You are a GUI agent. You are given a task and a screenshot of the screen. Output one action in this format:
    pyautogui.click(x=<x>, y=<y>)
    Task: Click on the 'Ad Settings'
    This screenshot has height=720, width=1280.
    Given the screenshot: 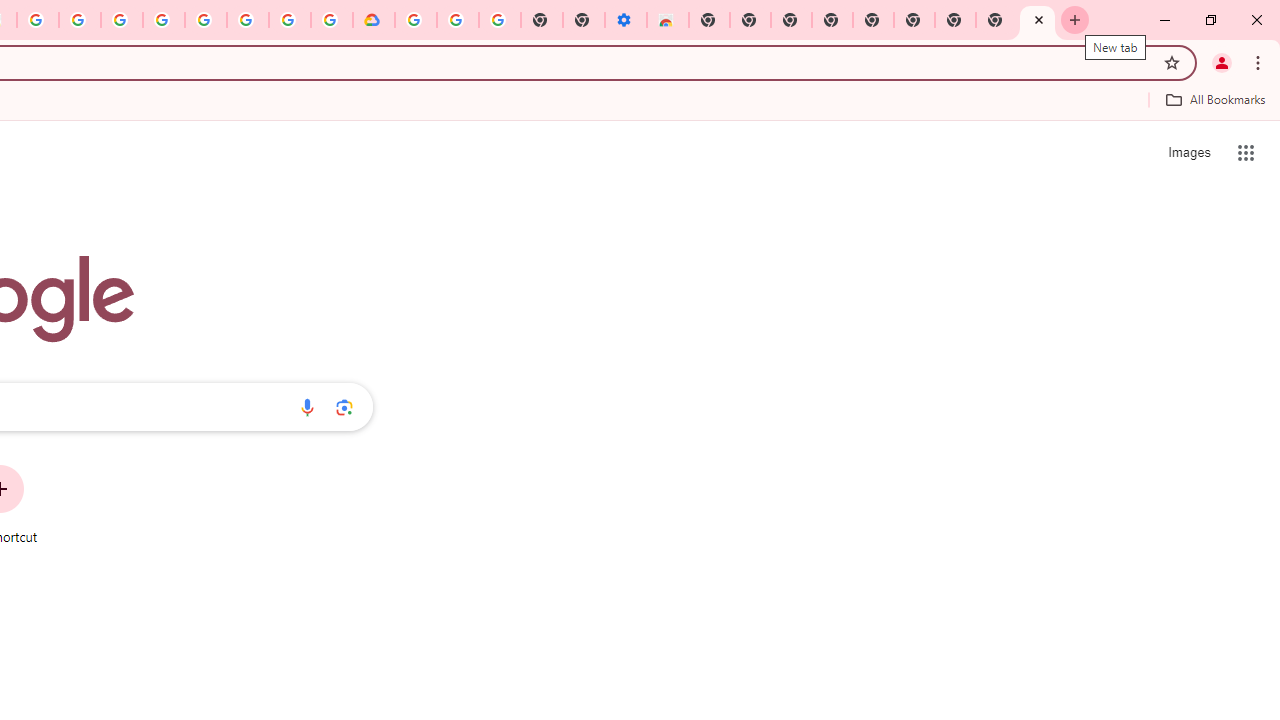 What is the action you would take?
    pyautogui.click(x=121, y=20)
    